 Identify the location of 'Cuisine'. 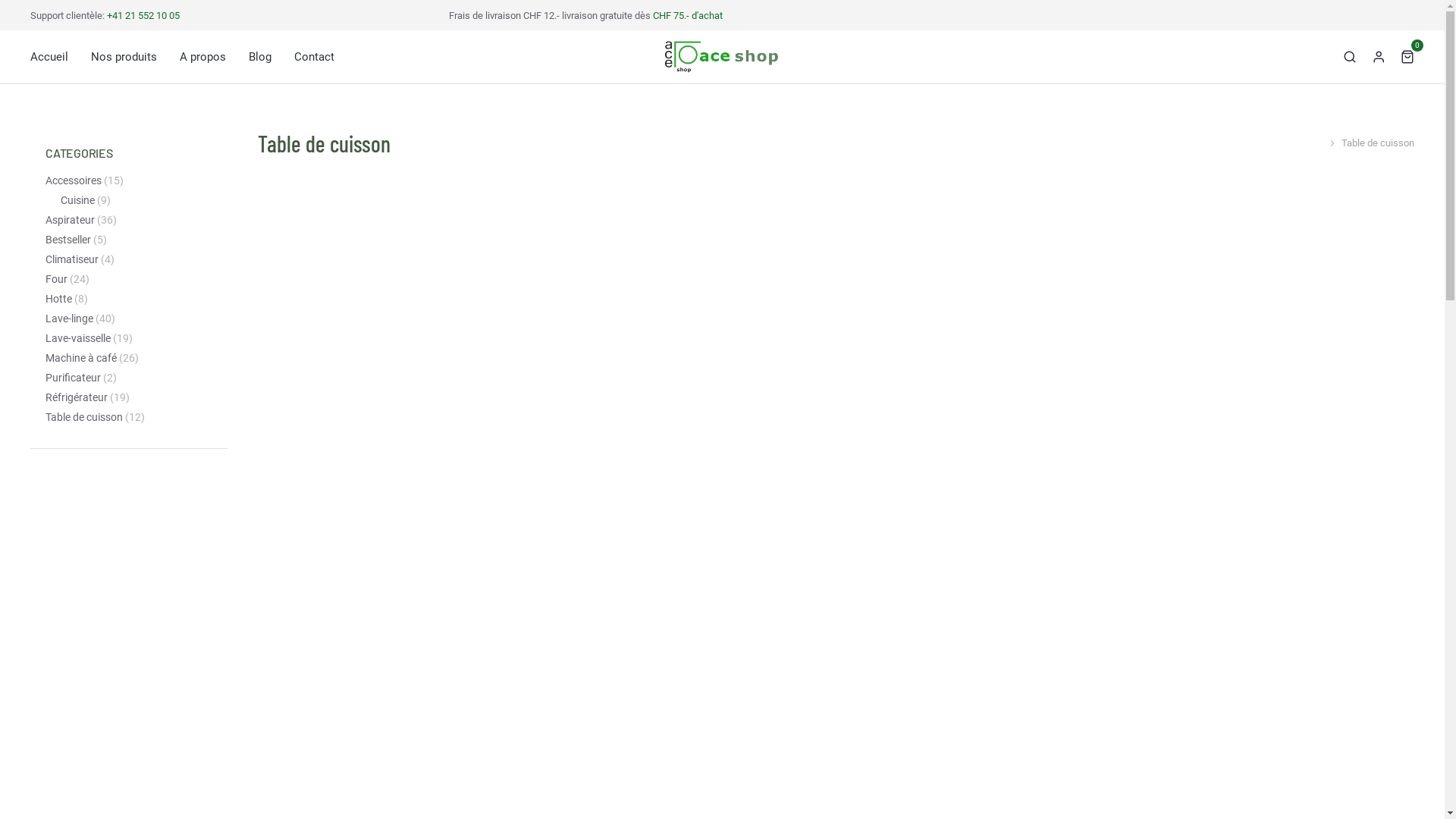
(61, 199).